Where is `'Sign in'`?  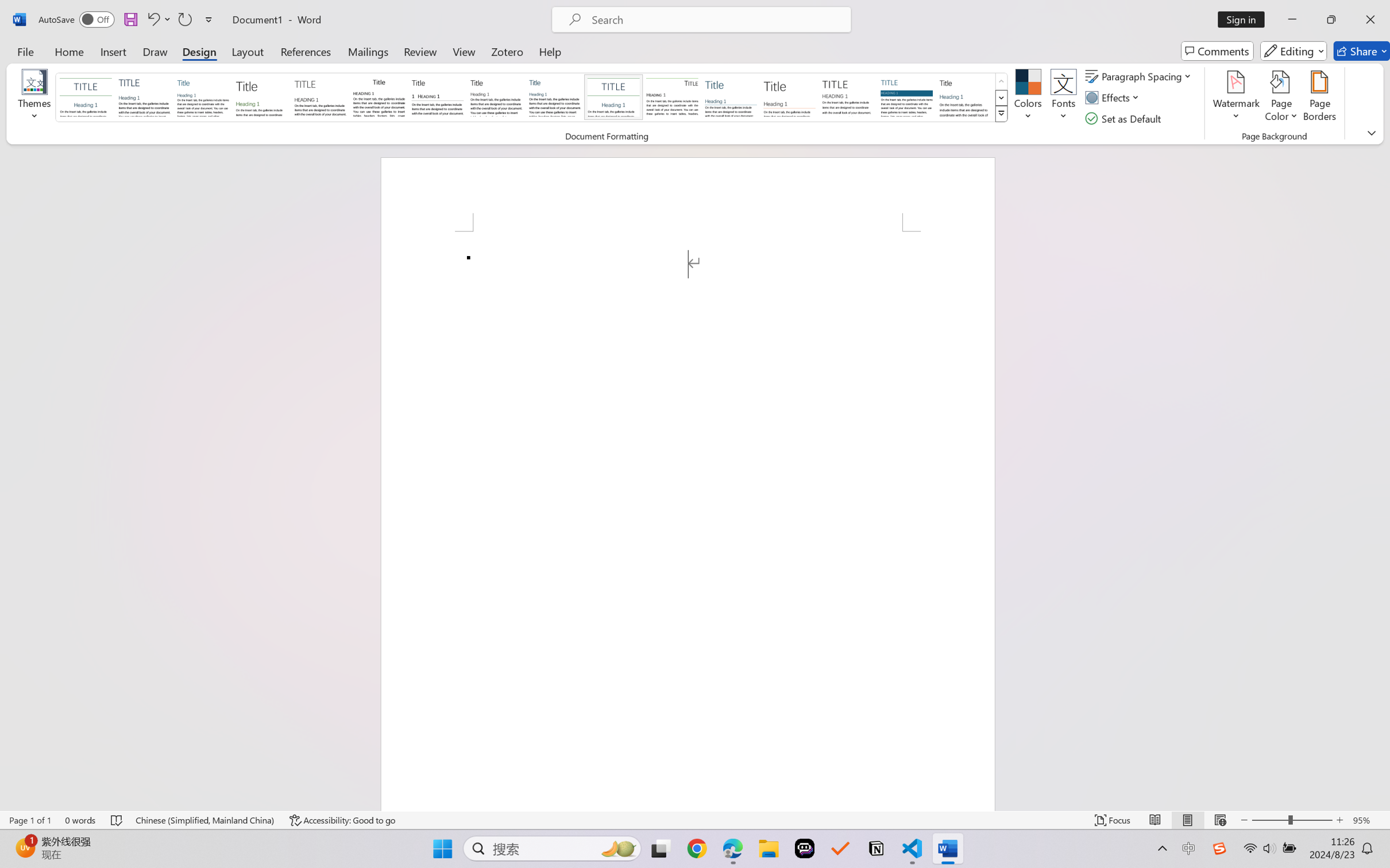
'Sign in' is located at coordinates (1245, 19).